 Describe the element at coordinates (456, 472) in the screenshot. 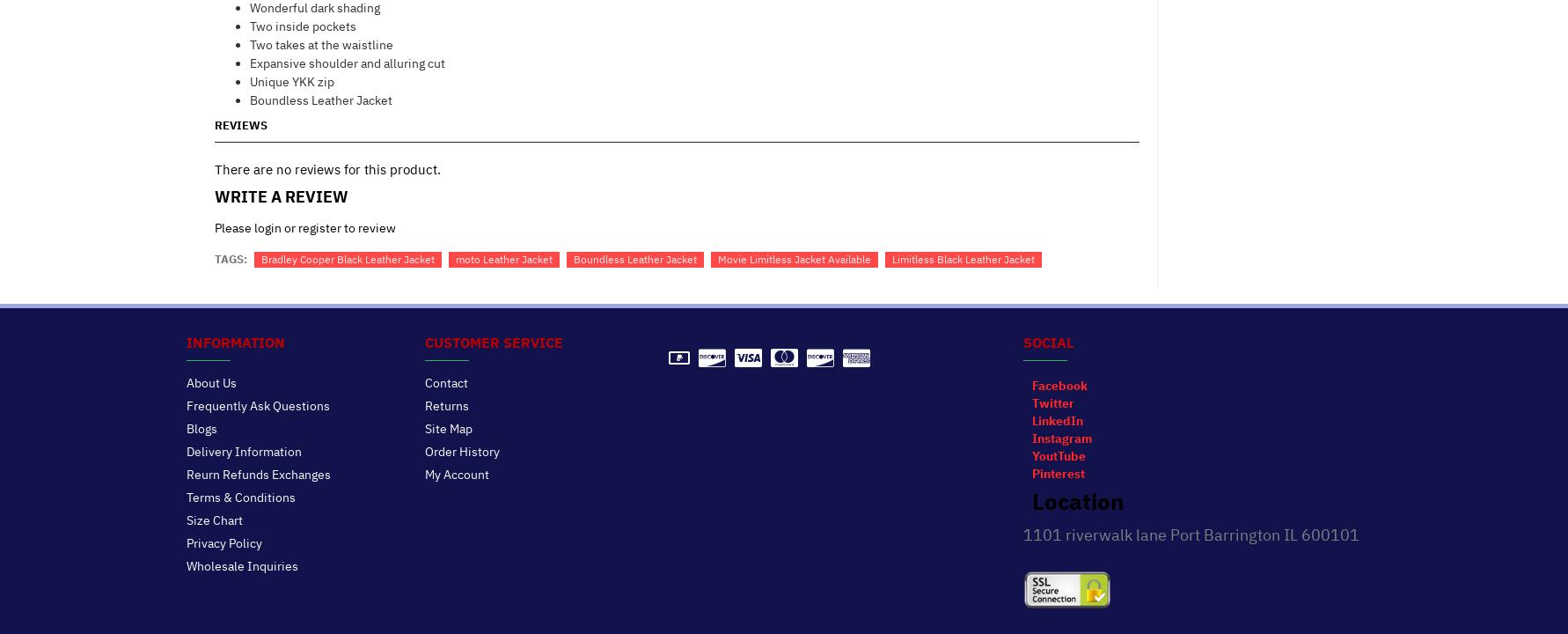

I see `'My Account'` at that location.